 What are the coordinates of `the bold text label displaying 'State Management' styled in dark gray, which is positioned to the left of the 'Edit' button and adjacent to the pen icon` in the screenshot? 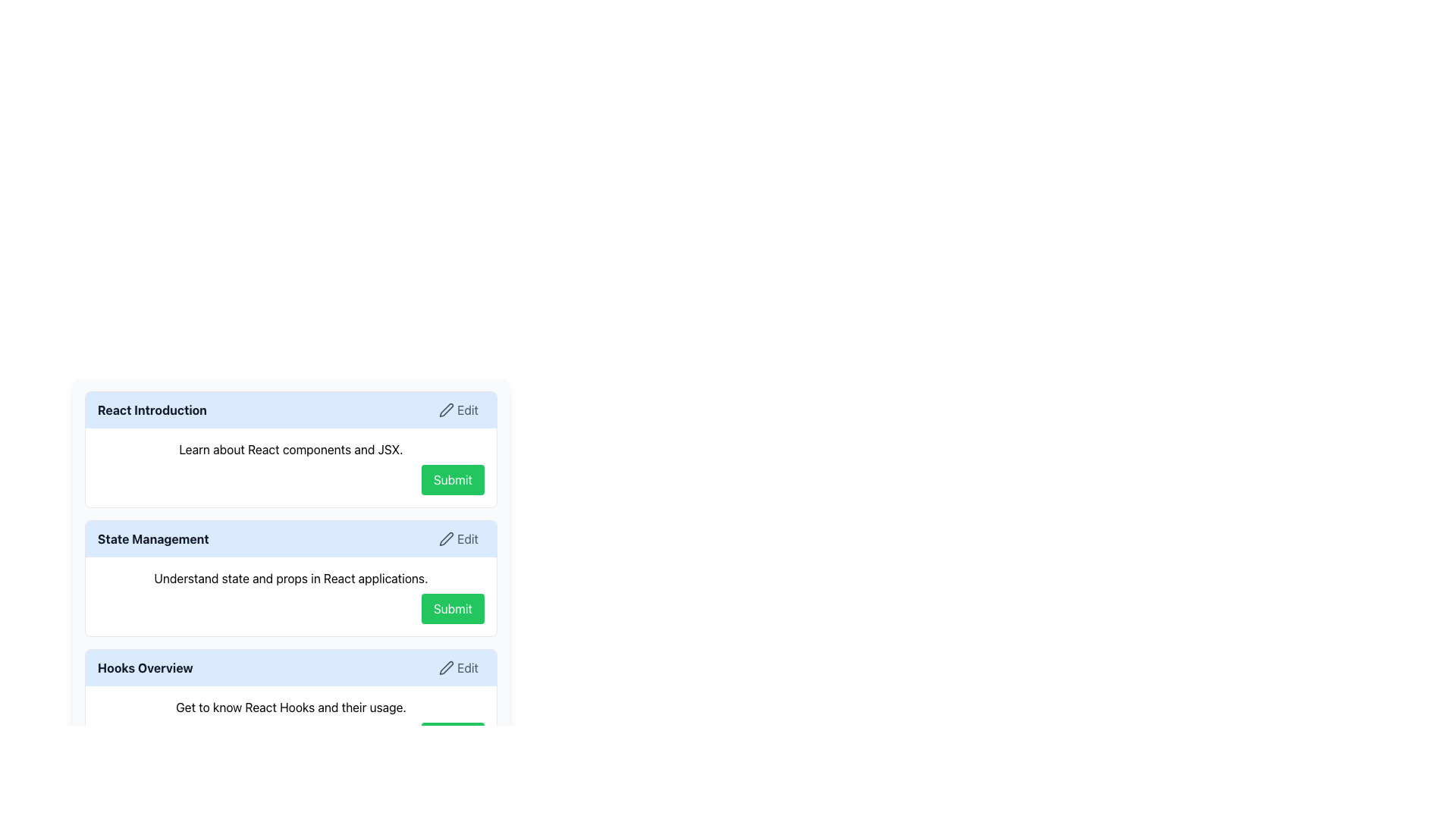 It's located at (153, 538).